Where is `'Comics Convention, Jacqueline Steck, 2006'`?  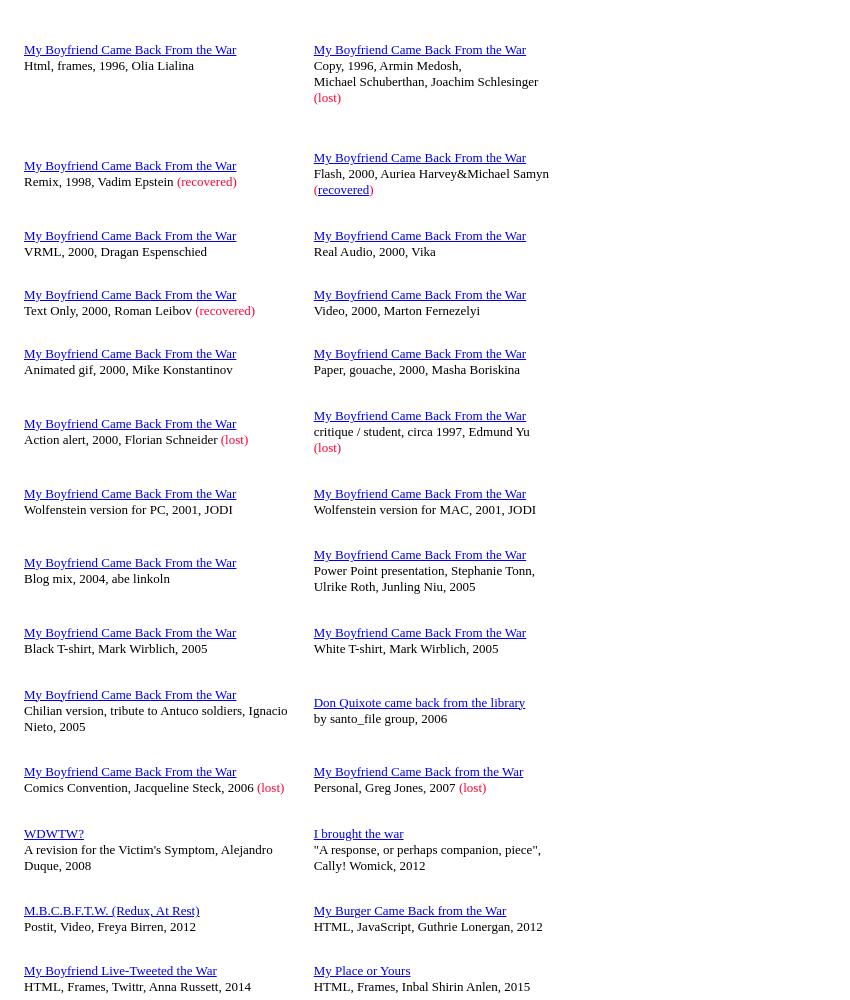 'Comics Convention, Jacqueline Steck, 2006' is located at coordinates (139, 787).